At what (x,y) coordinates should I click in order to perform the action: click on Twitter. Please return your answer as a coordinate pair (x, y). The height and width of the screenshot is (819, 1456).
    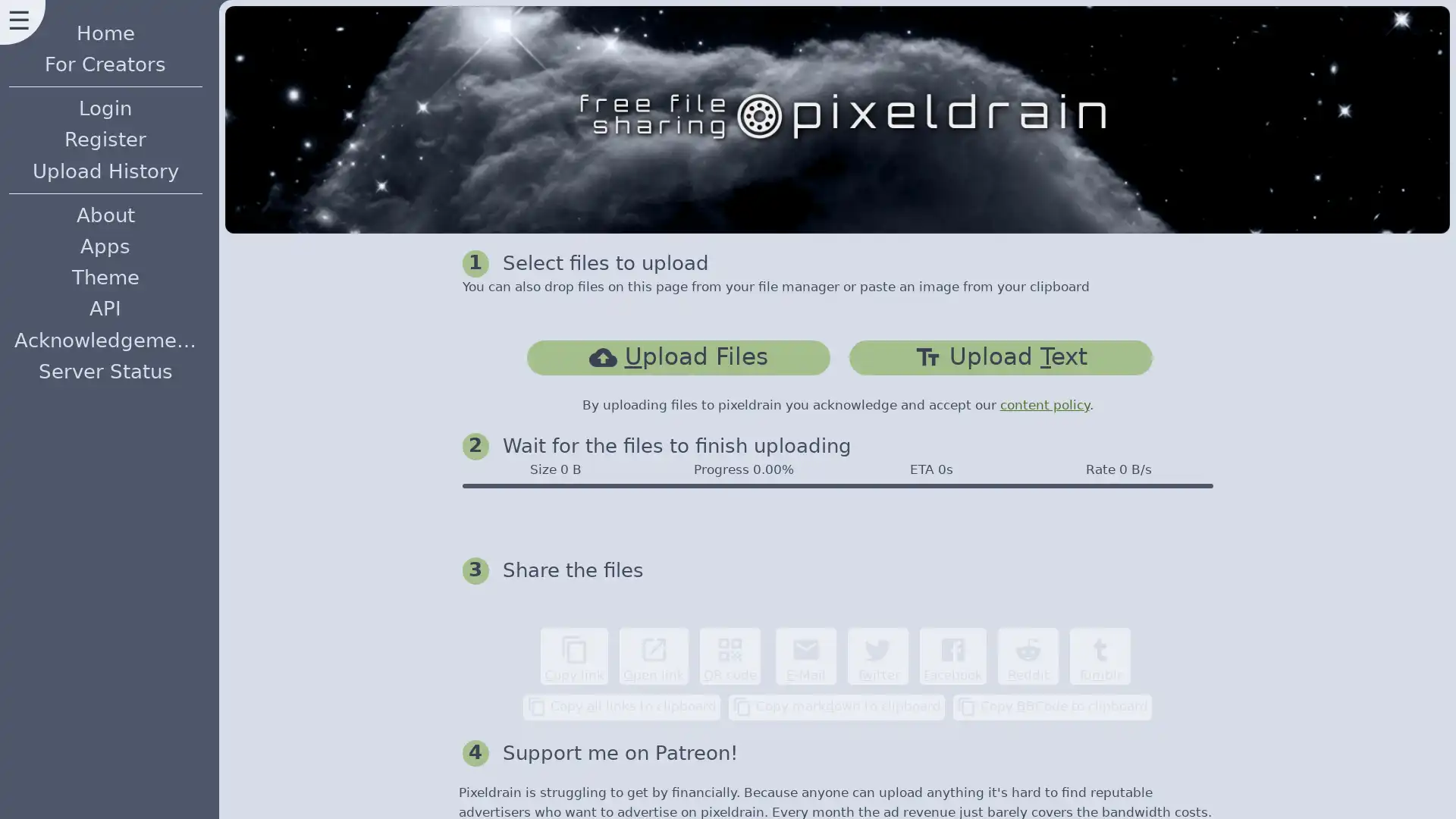
    Looking at the image, I should click on (877, 655).